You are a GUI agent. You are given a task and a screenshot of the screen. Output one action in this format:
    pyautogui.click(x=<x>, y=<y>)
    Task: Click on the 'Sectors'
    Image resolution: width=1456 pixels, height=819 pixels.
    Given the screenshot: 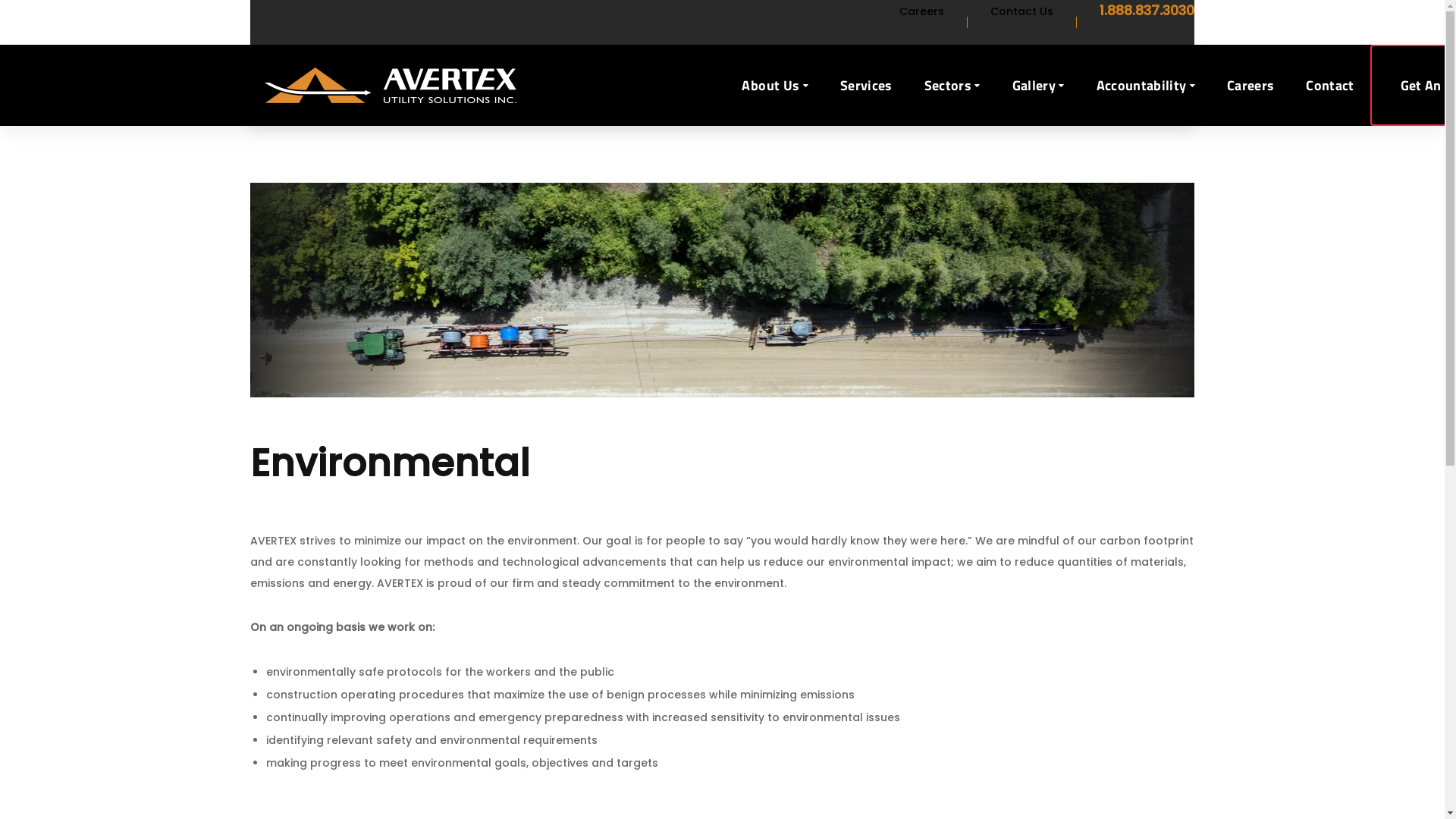 What is the action you would take?
    pyautogui.click(x=952, y=84)
    